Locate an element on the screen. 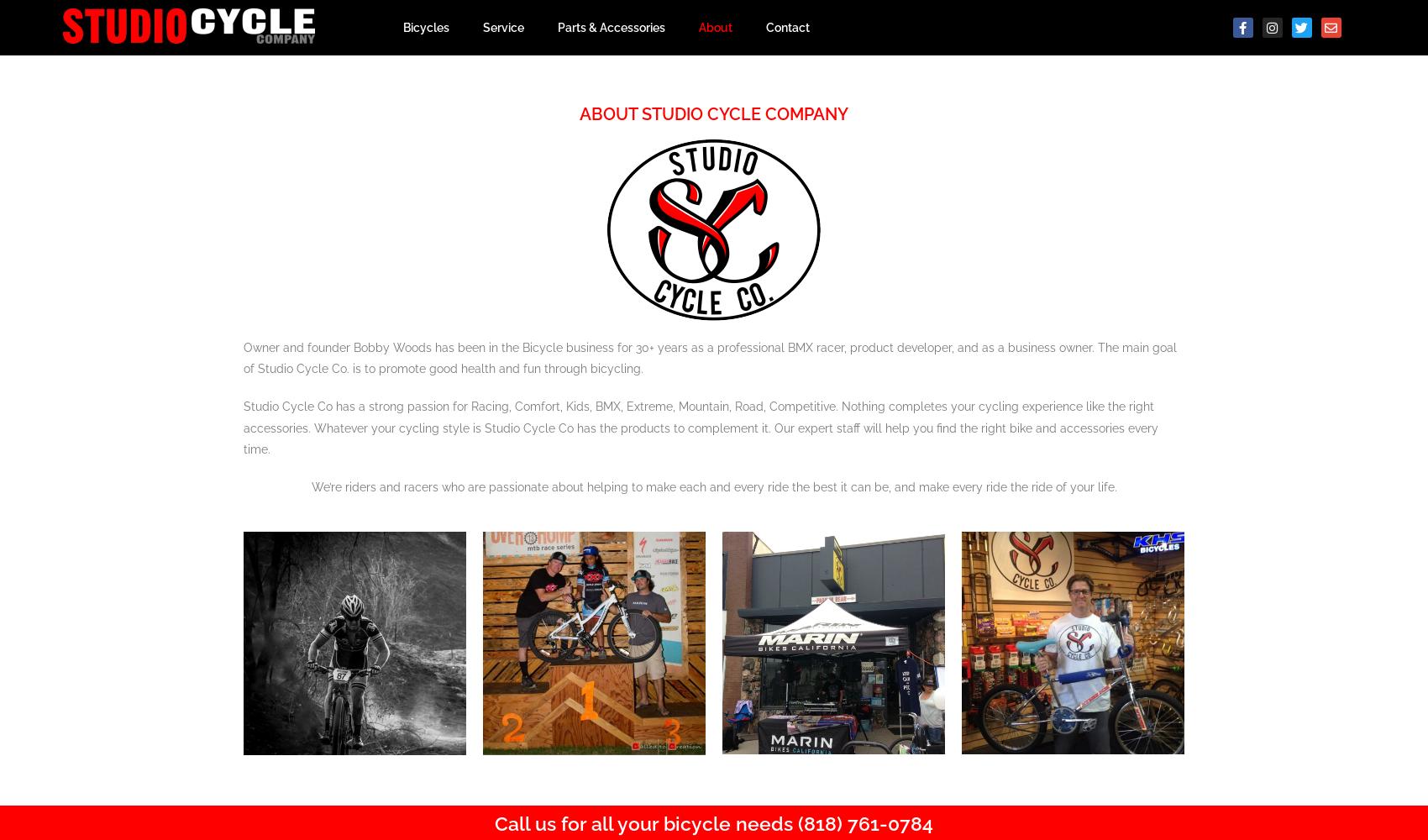  'Call us for all your bicycle needs (818) 761-0784' is located at coordinates (494, 822).